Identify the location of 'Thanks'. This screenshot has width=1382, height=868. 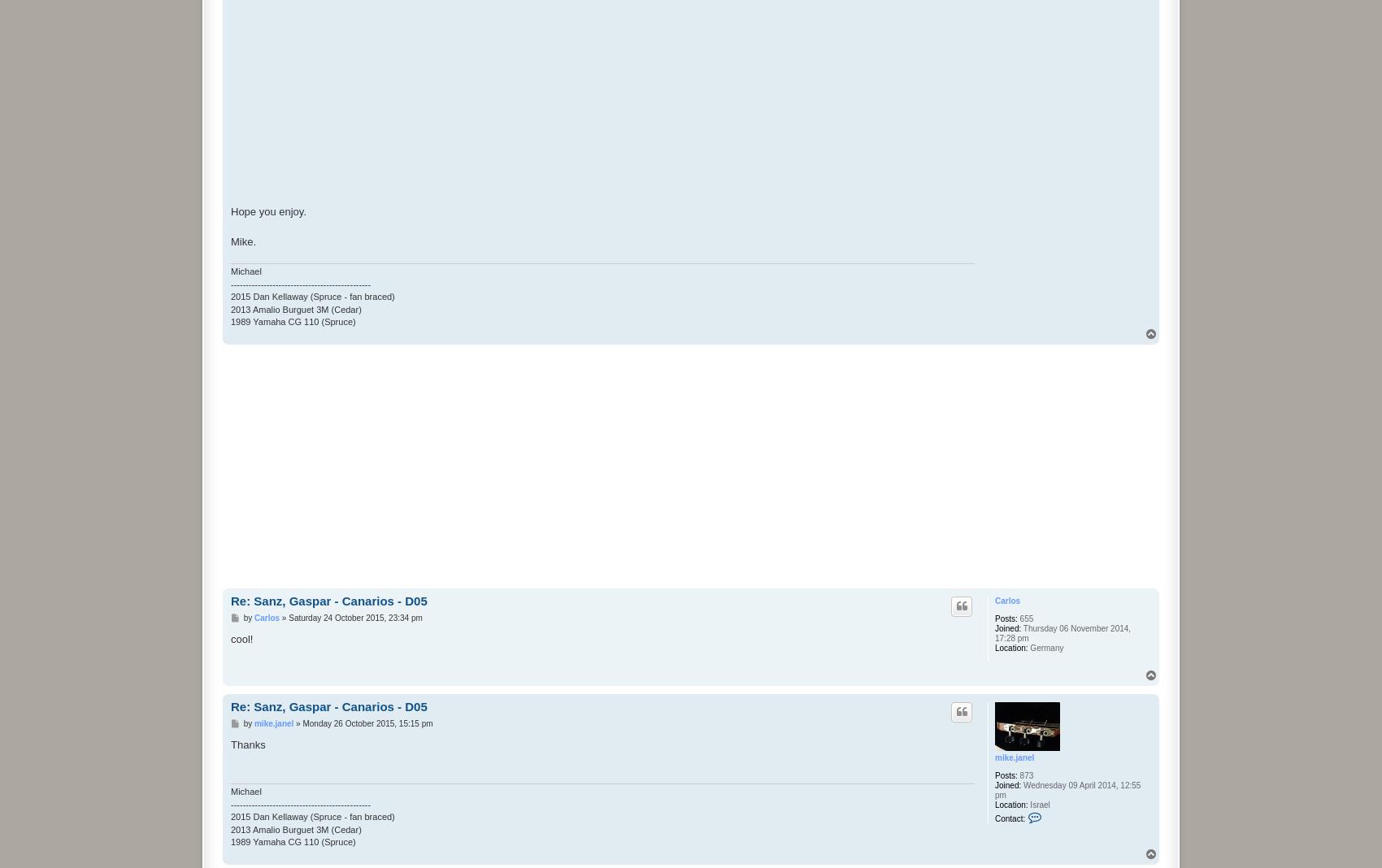
(231, 743).